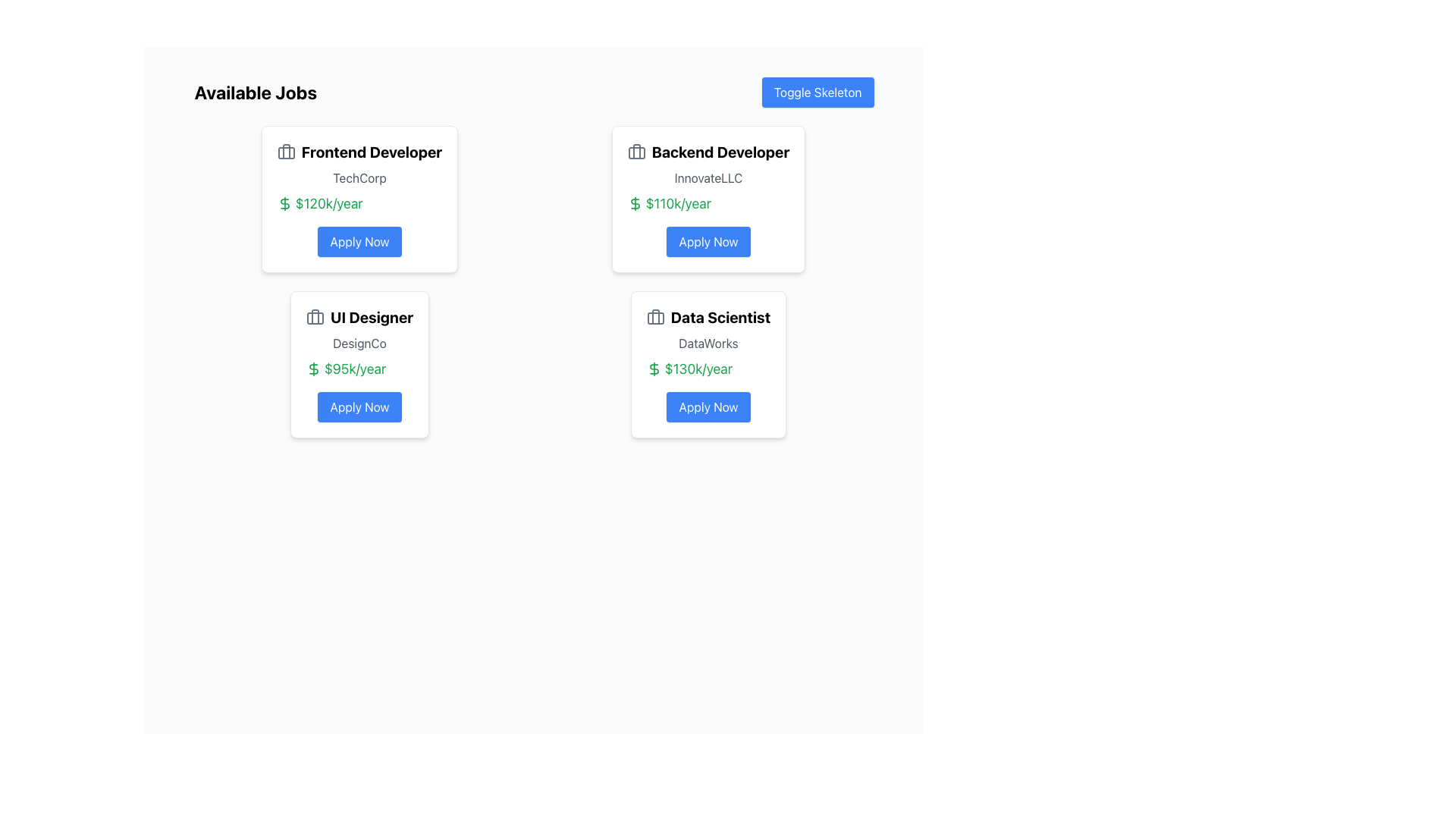  I want to click on the Text and Icon Combination element that displays the job title in the bottom-right section of the job card, so click(708, 317).